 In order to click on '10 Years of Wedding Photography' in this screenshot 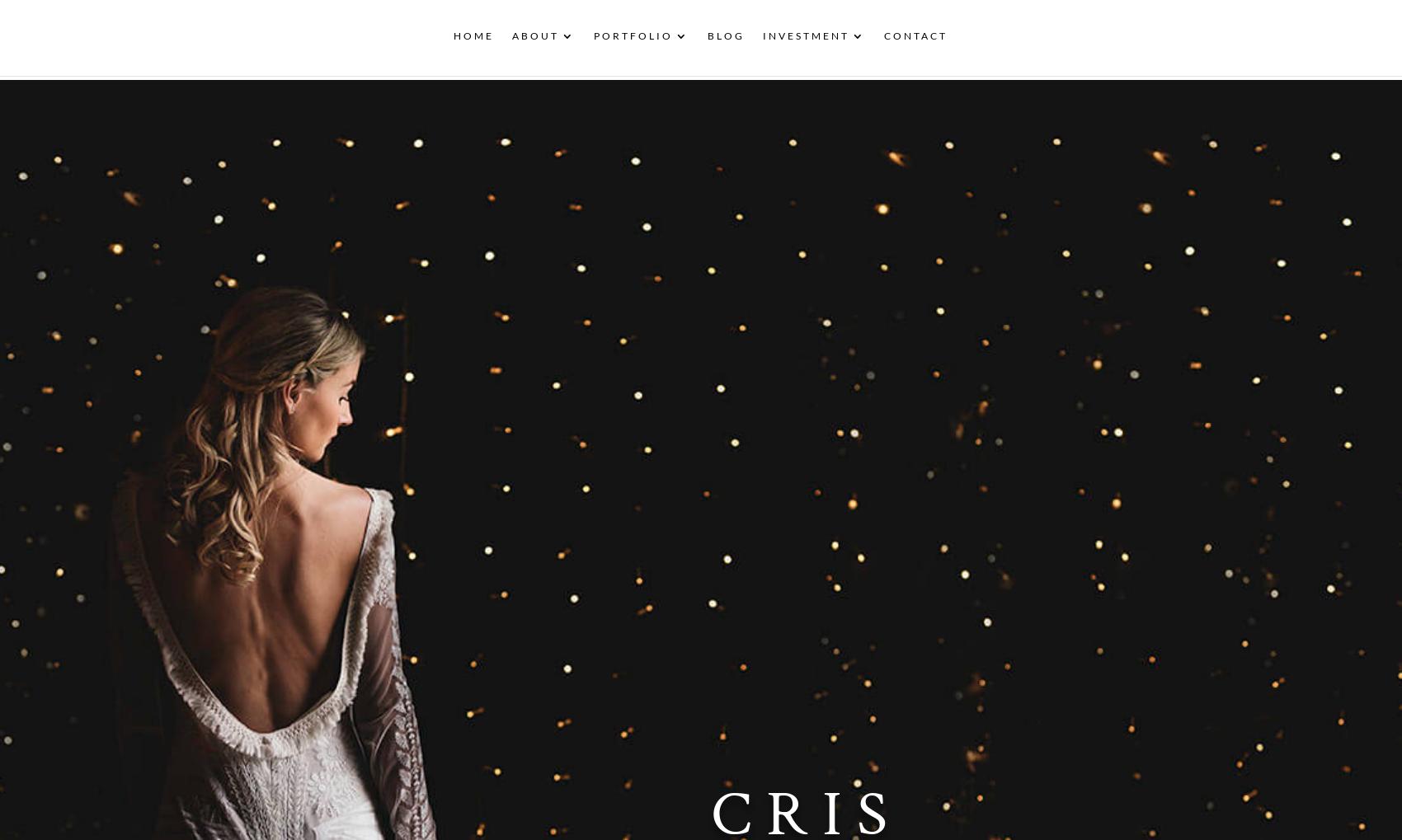, I will do `click(595, 171)`.